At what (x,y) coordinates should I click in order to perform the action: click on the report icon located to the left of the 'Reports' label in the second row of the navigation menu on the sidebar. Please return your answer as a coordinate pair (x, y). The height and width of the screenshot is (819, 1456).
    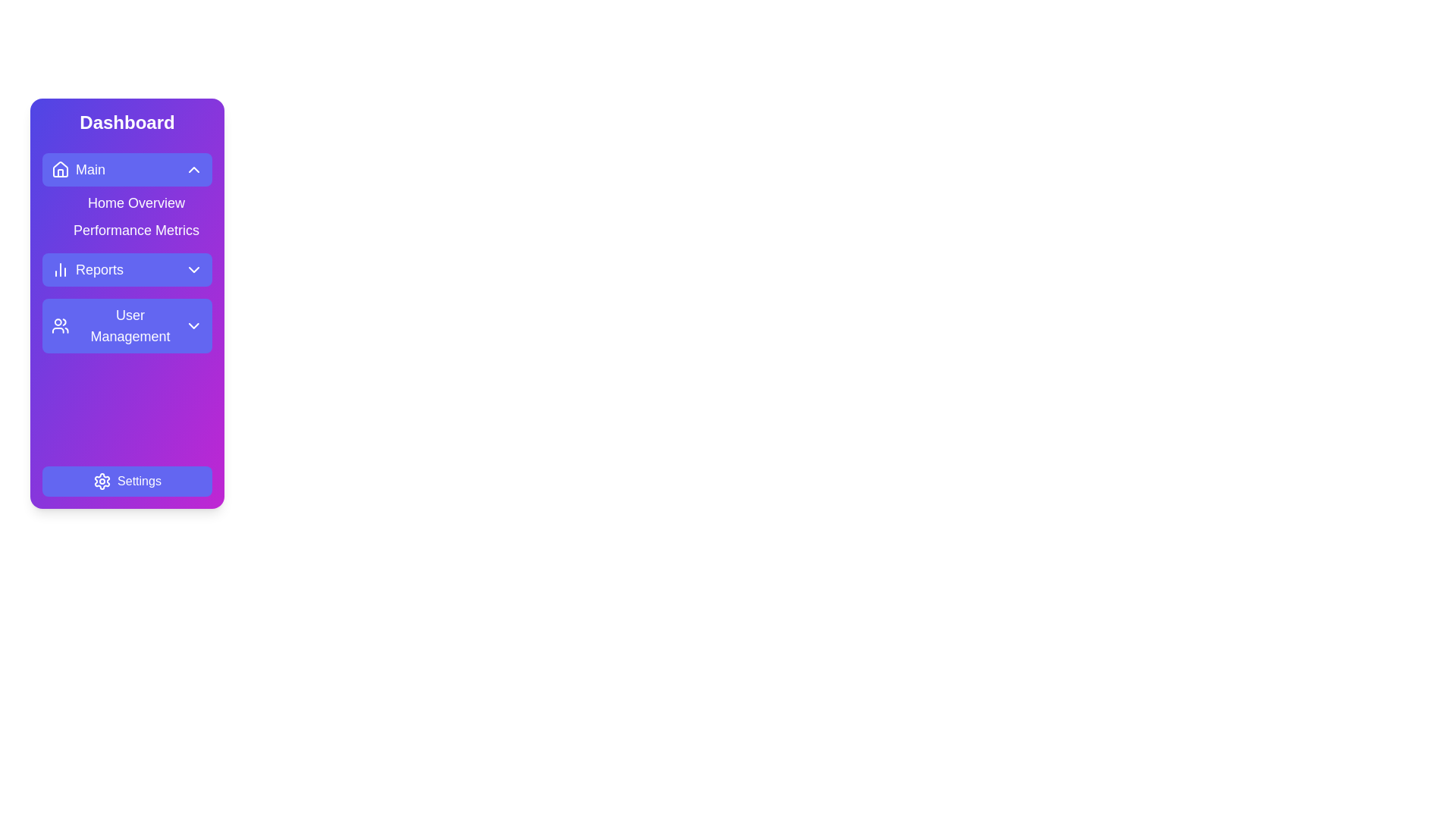
    Looking at the image, I should click on (61, 268).